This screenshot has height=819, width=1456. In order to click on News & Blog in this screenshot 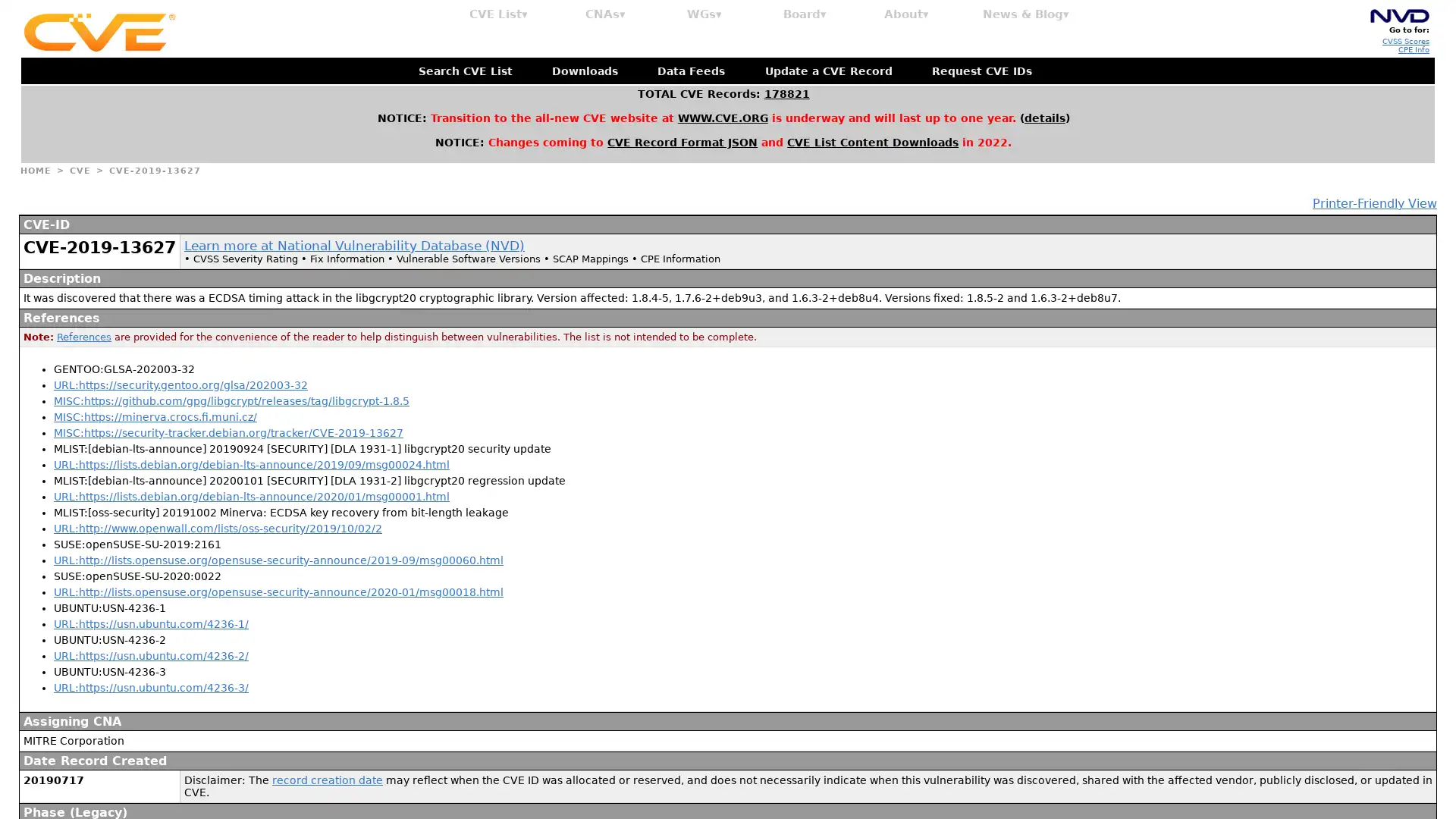, I will do `click(1026, 14)`.